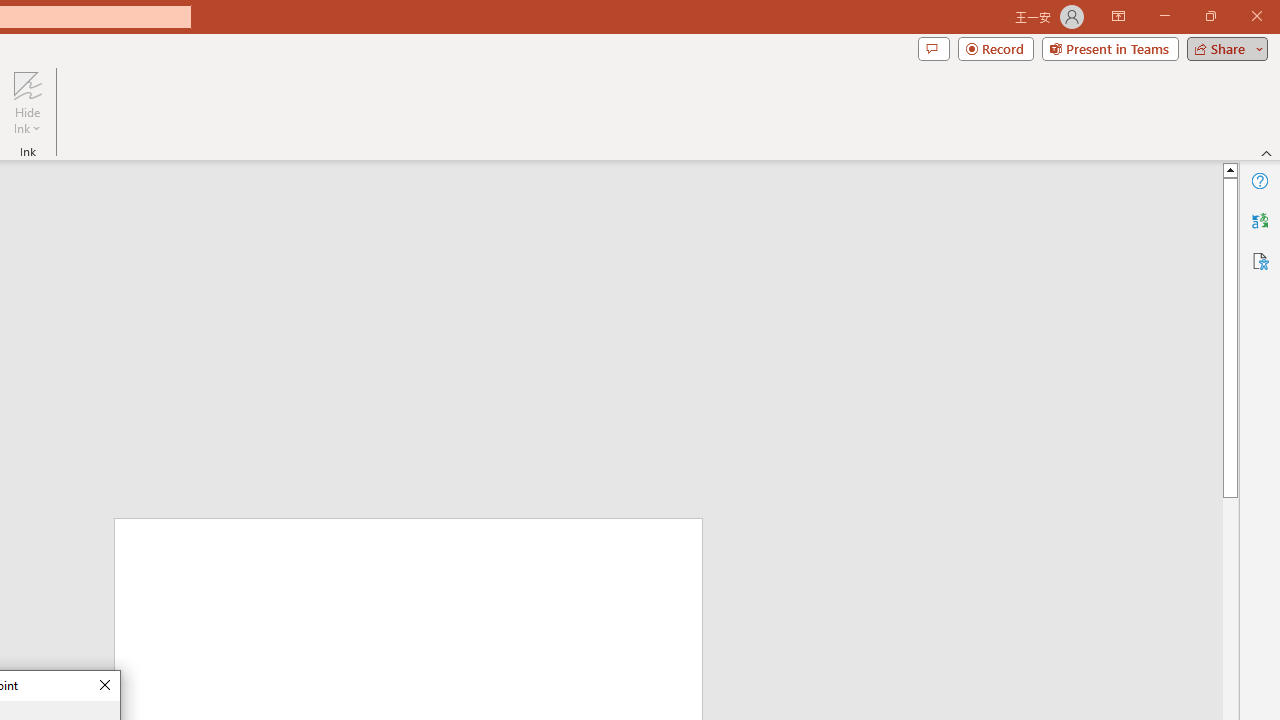 Image resolution: width=1280 pixels, height=720 pixels. I want to click on 'Hide Ink', so click(27, 103).